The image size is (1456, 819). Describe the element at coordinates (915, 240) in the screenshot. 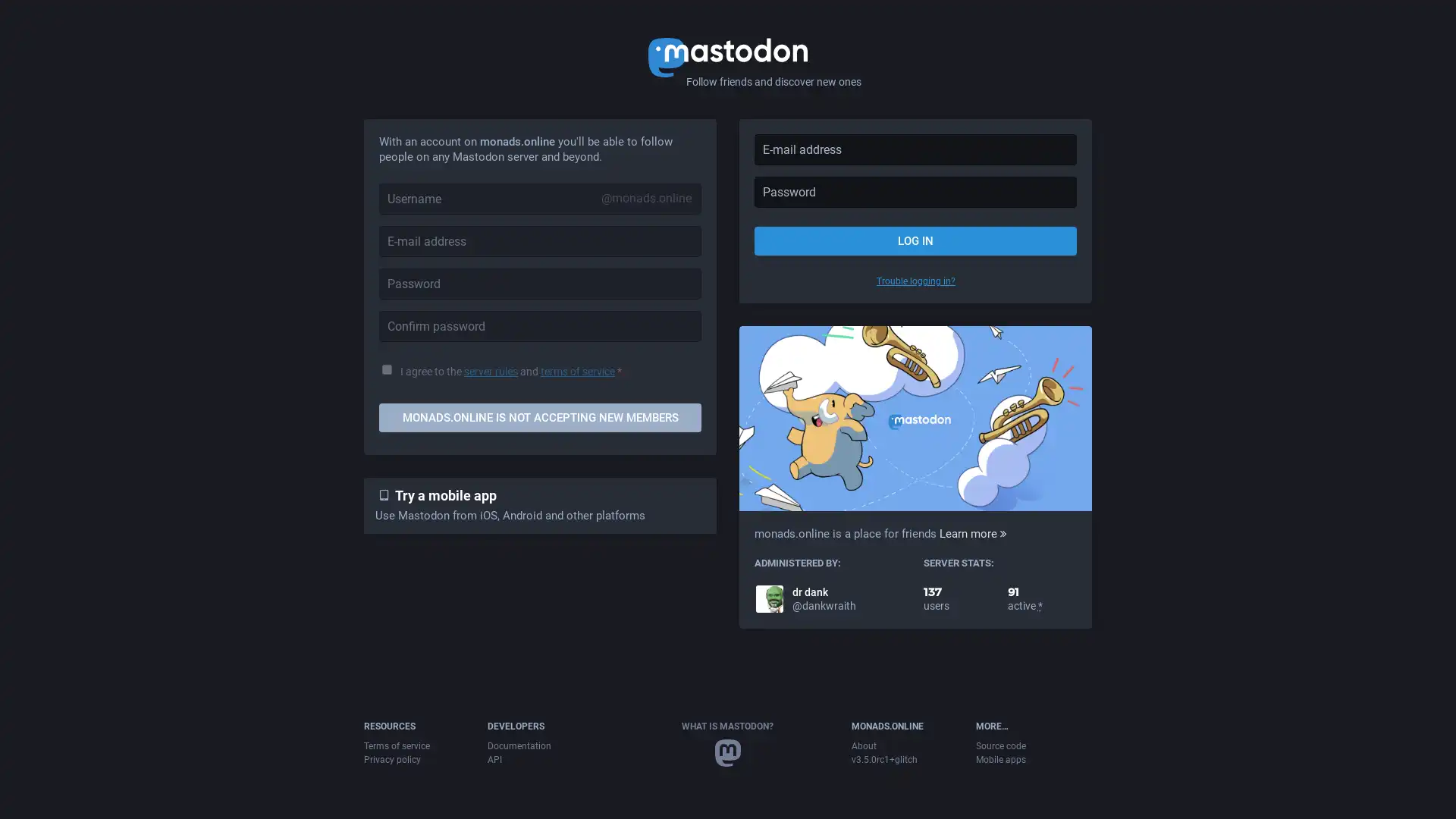

I see `LOG IN` at that location.